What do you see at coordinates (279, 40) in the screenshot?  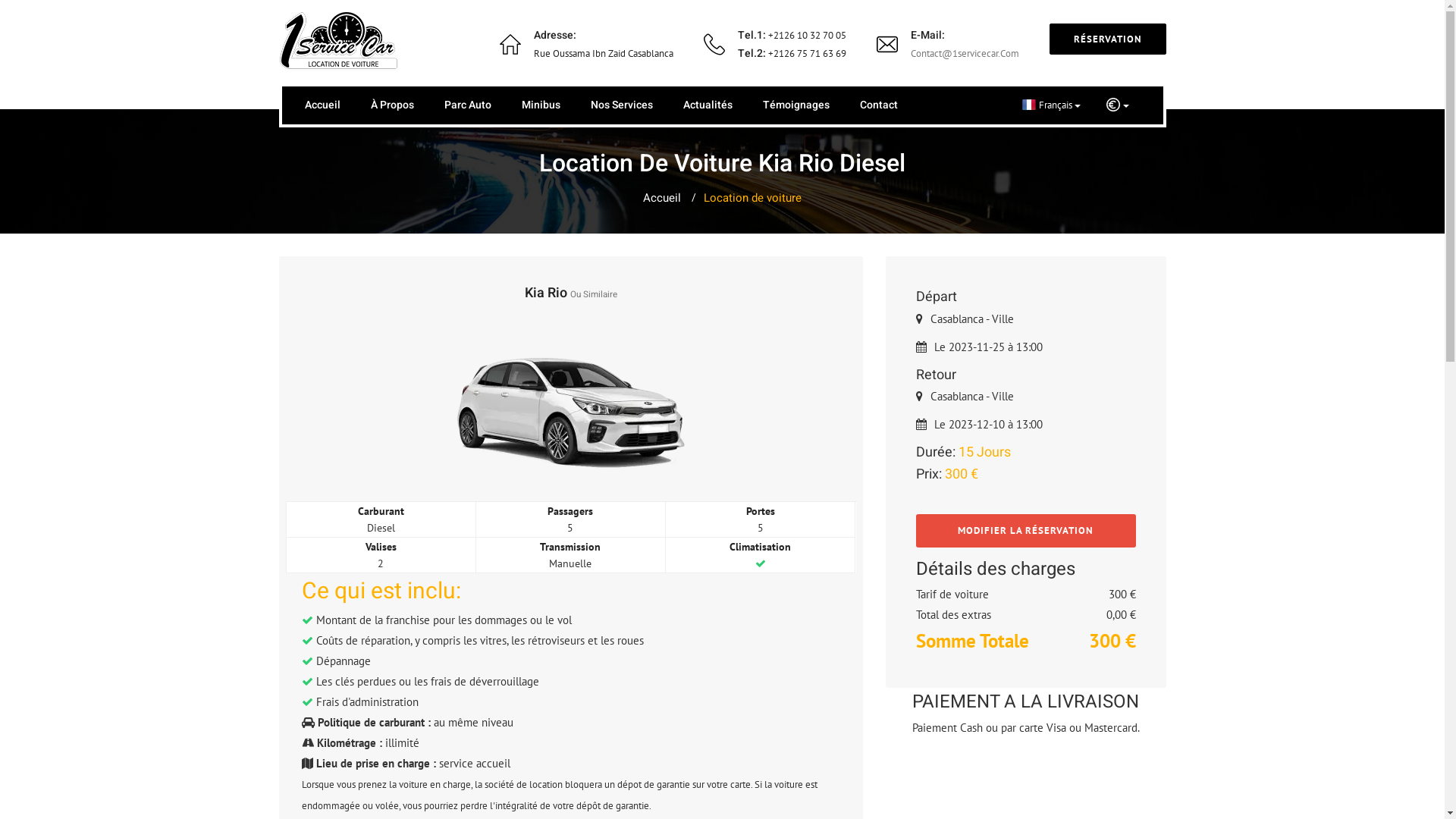 I see `'1ServiceCar'` at bounding box center [279, 40].